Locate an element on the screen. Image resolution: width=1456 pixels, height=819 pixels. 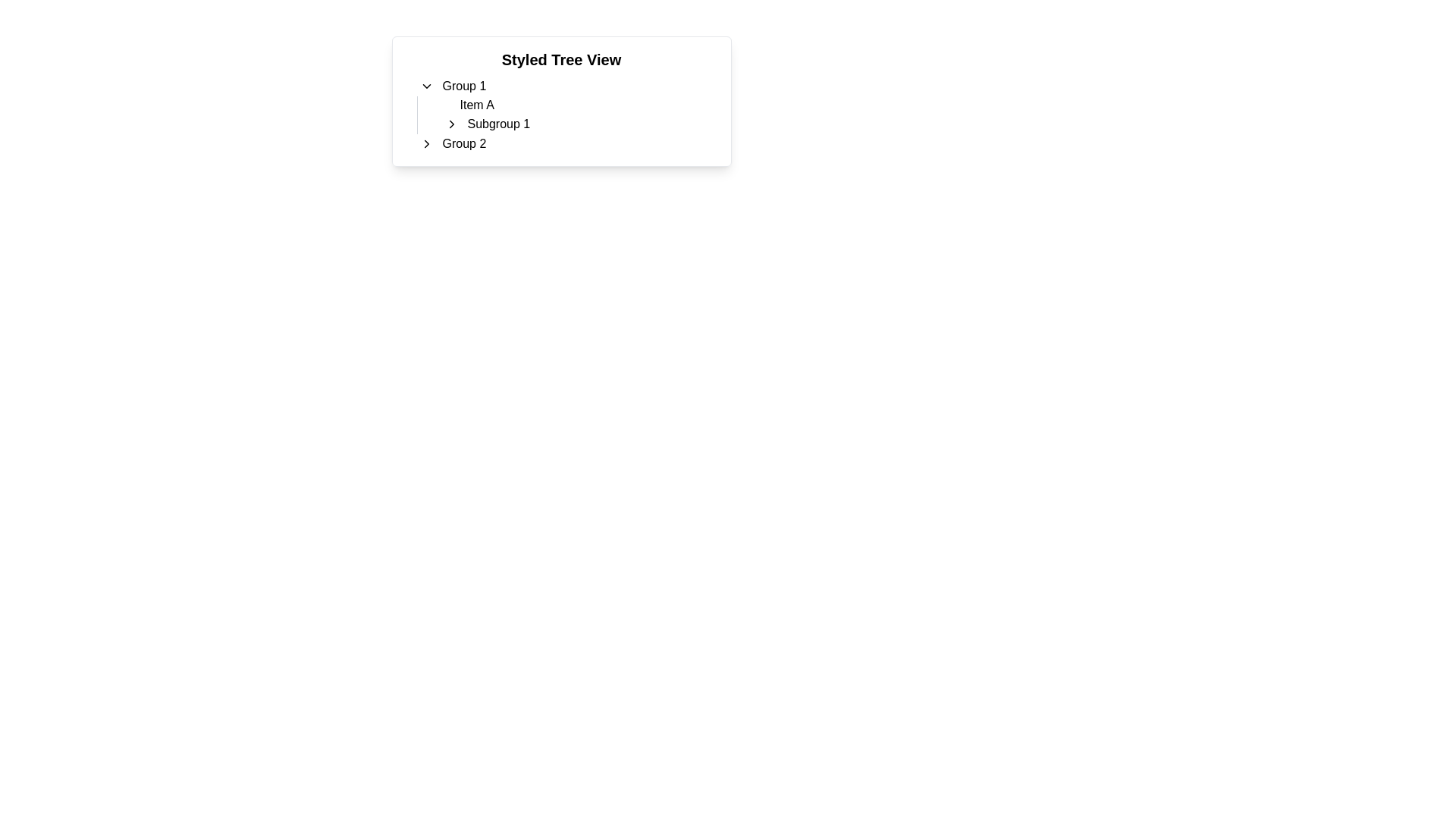
the 'Group 1' text label is located at coordinates (463, 86).